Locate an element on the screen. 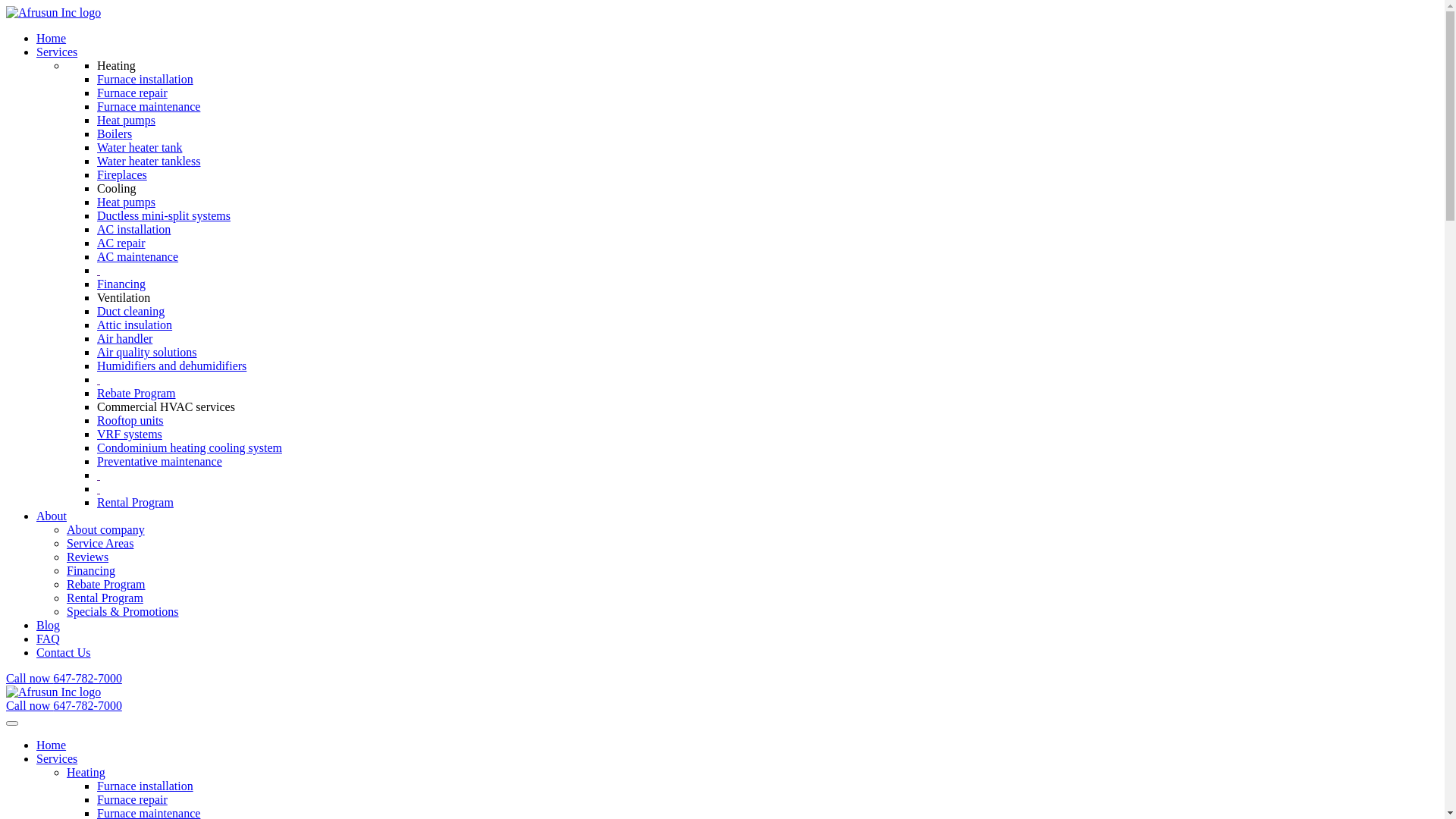 The height and width of the screenshot is (819, 1456). 'AC installation' is located at coordinates (96, 229).